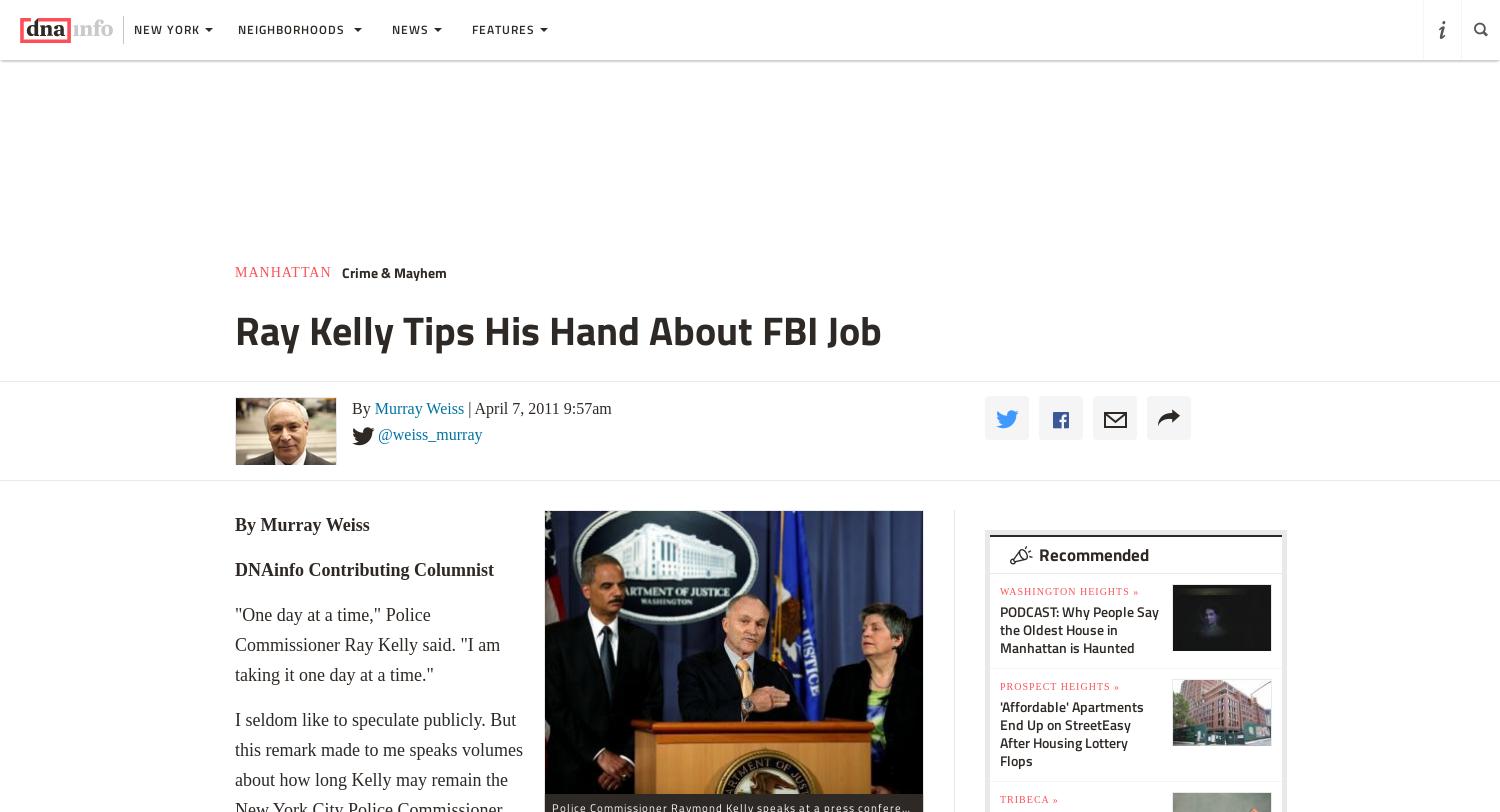 This screenshot has width=1500, height=812. What do you see at coordinates (1078, 628) in the screenshot?
I see `'PODCAST: Why People Say the Oldest House in Manhattan is Haunted'` at bounding box center [1078, 628].